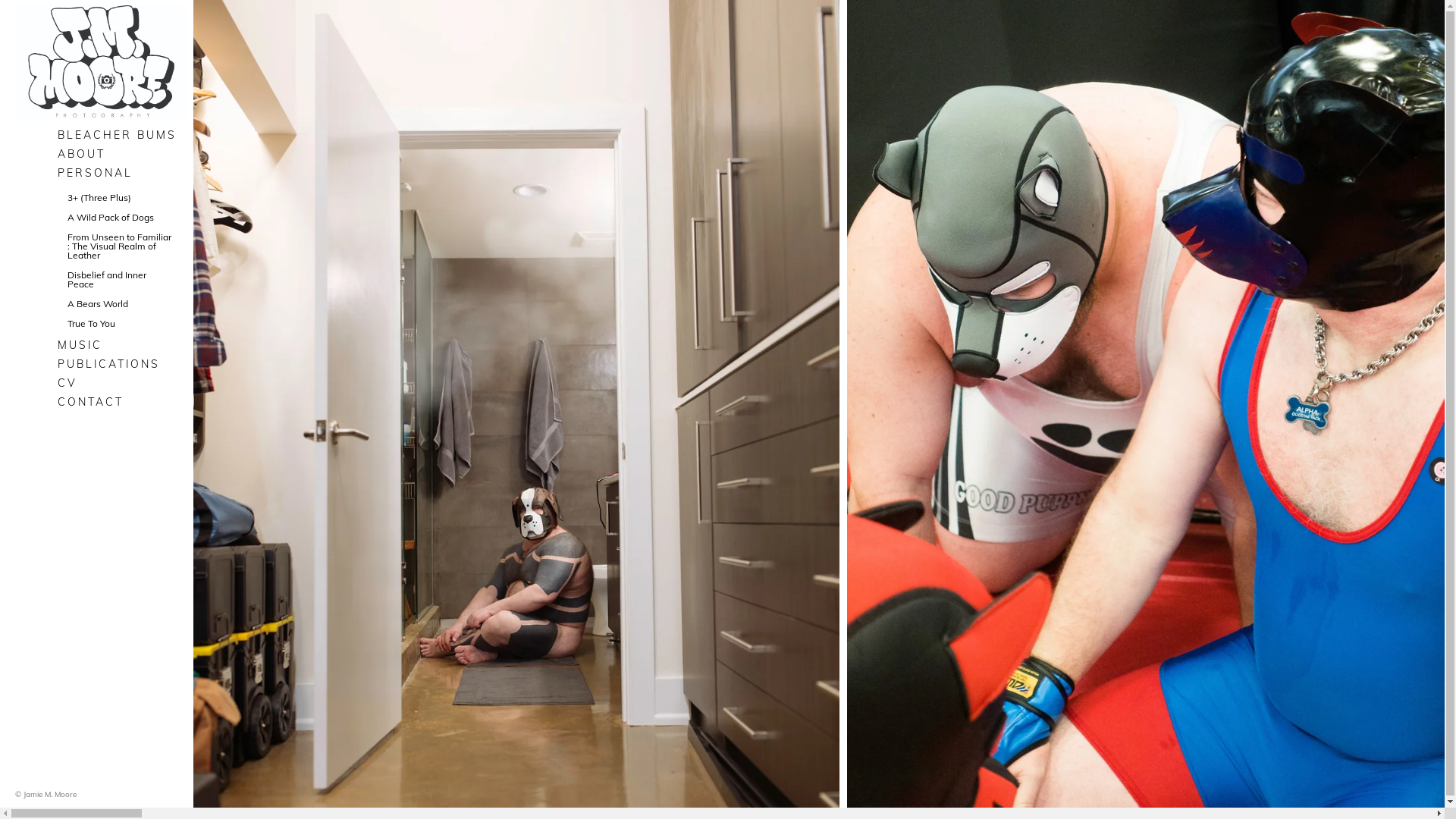 The image size is (1456, 819). Describe the element at coordinates (118, 382) in the screenshot. I see `'CV'` at that location.